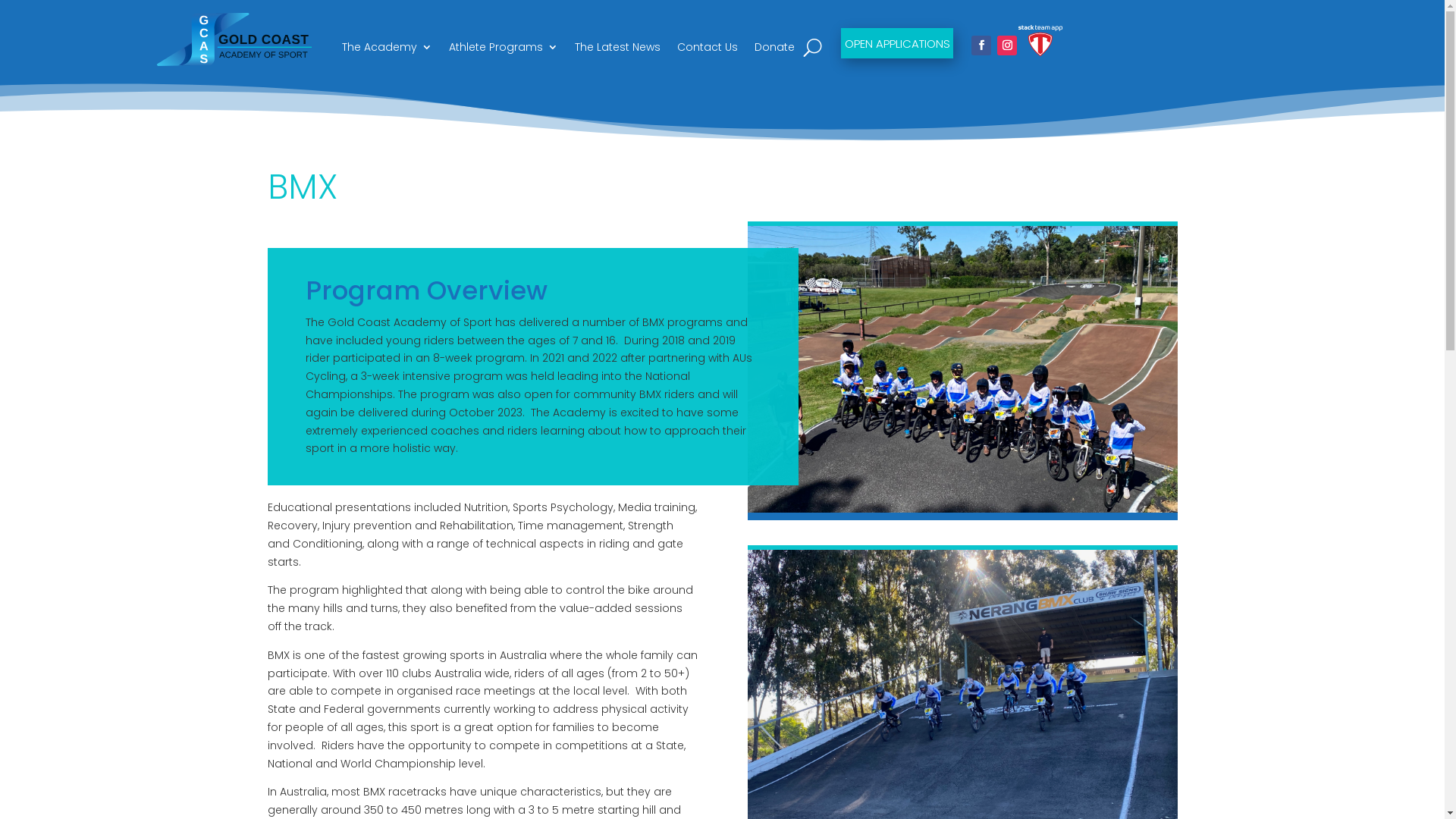 This screenshot has height=819, width=1456. I want to click on 'Contact Us', so click(706, 49).